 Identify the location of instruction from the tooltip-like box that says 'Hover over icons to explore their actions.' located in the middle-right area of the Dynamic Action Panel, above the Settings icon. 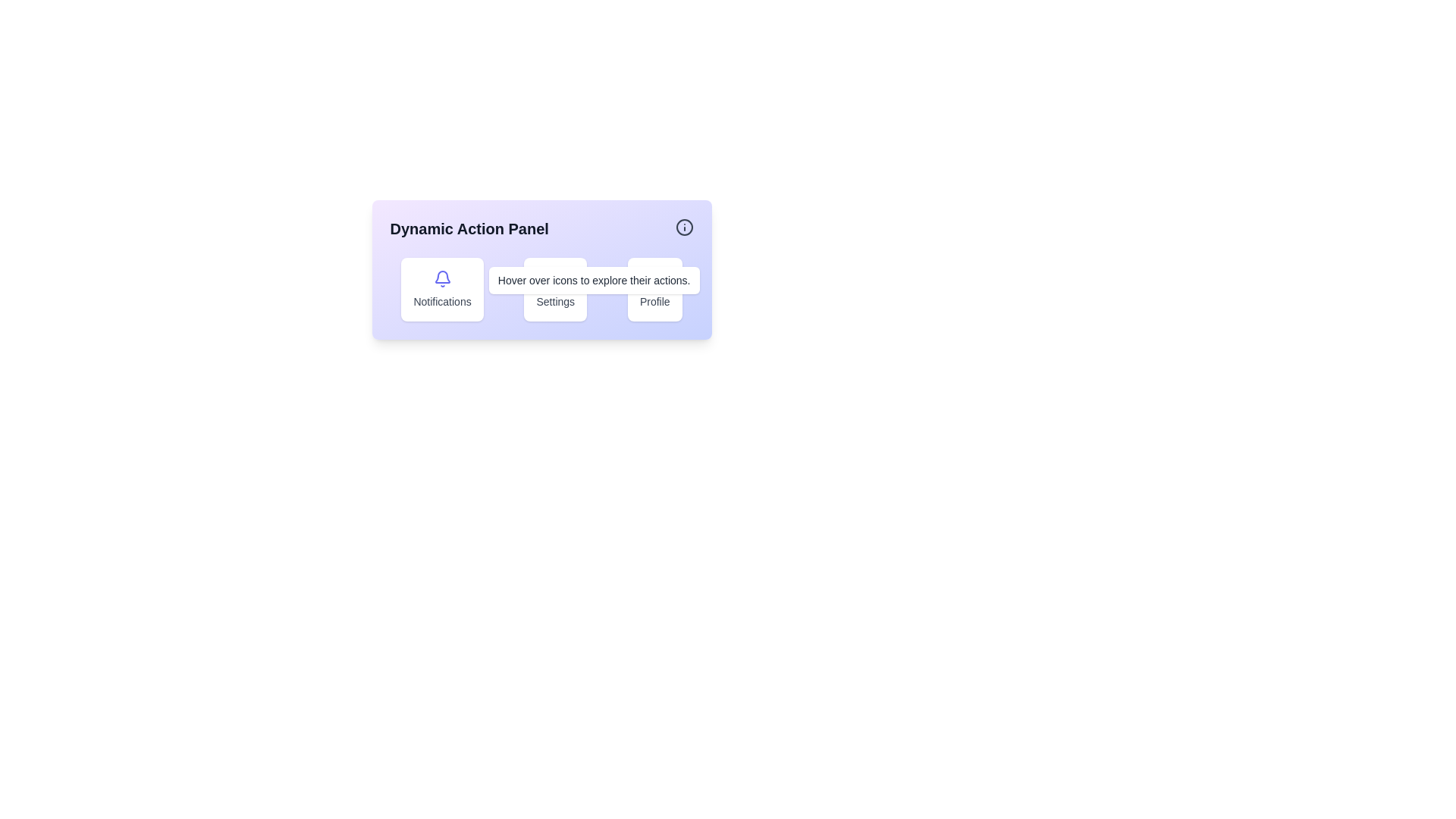
(593, 281).